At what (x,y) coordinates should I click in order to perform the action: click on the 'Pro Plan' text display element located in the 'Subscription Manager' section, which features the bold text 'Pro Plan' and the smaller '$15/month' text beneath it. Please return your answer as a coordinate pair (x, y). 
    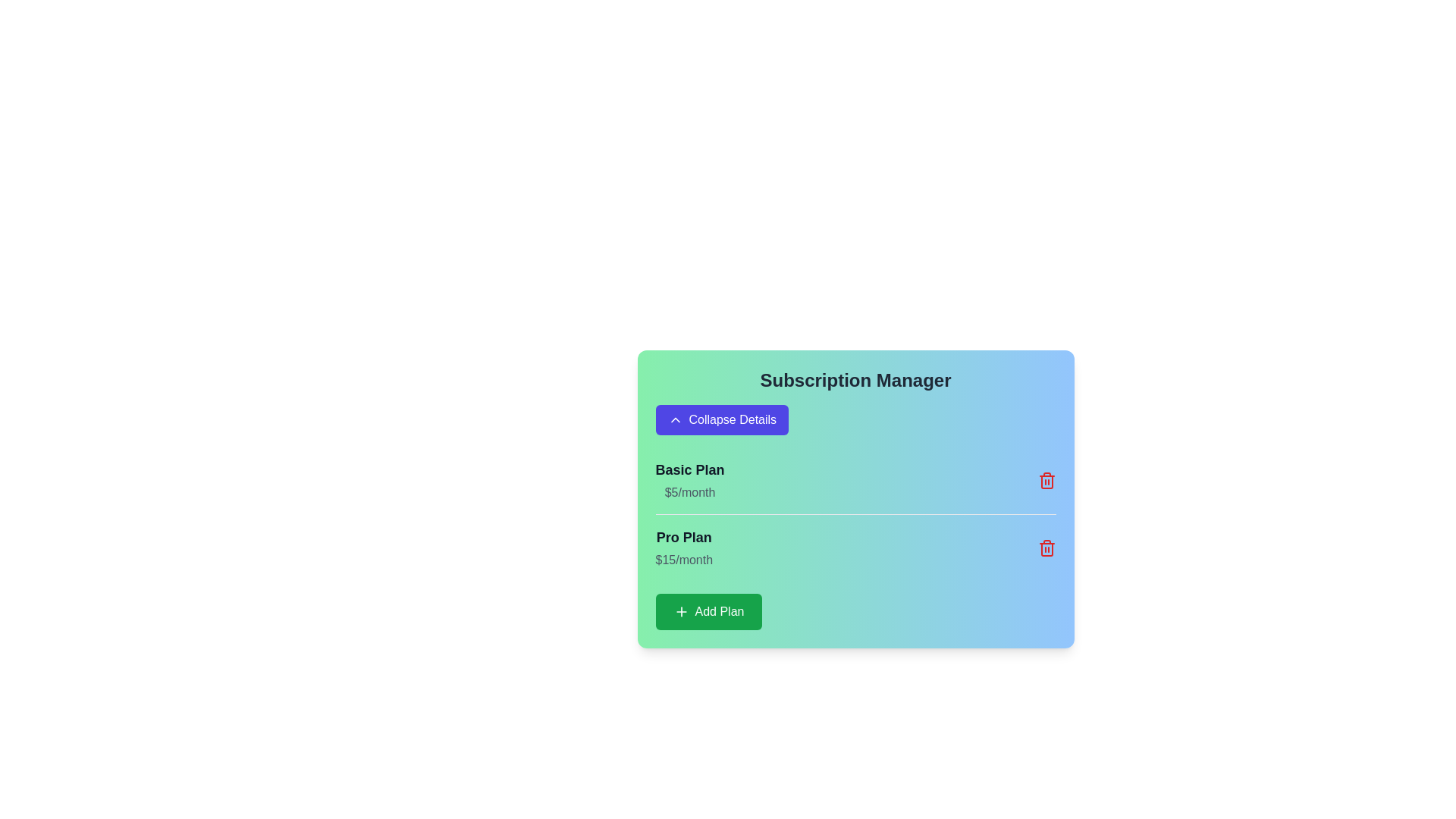
    Looking at the image, I should click on (683, 548).